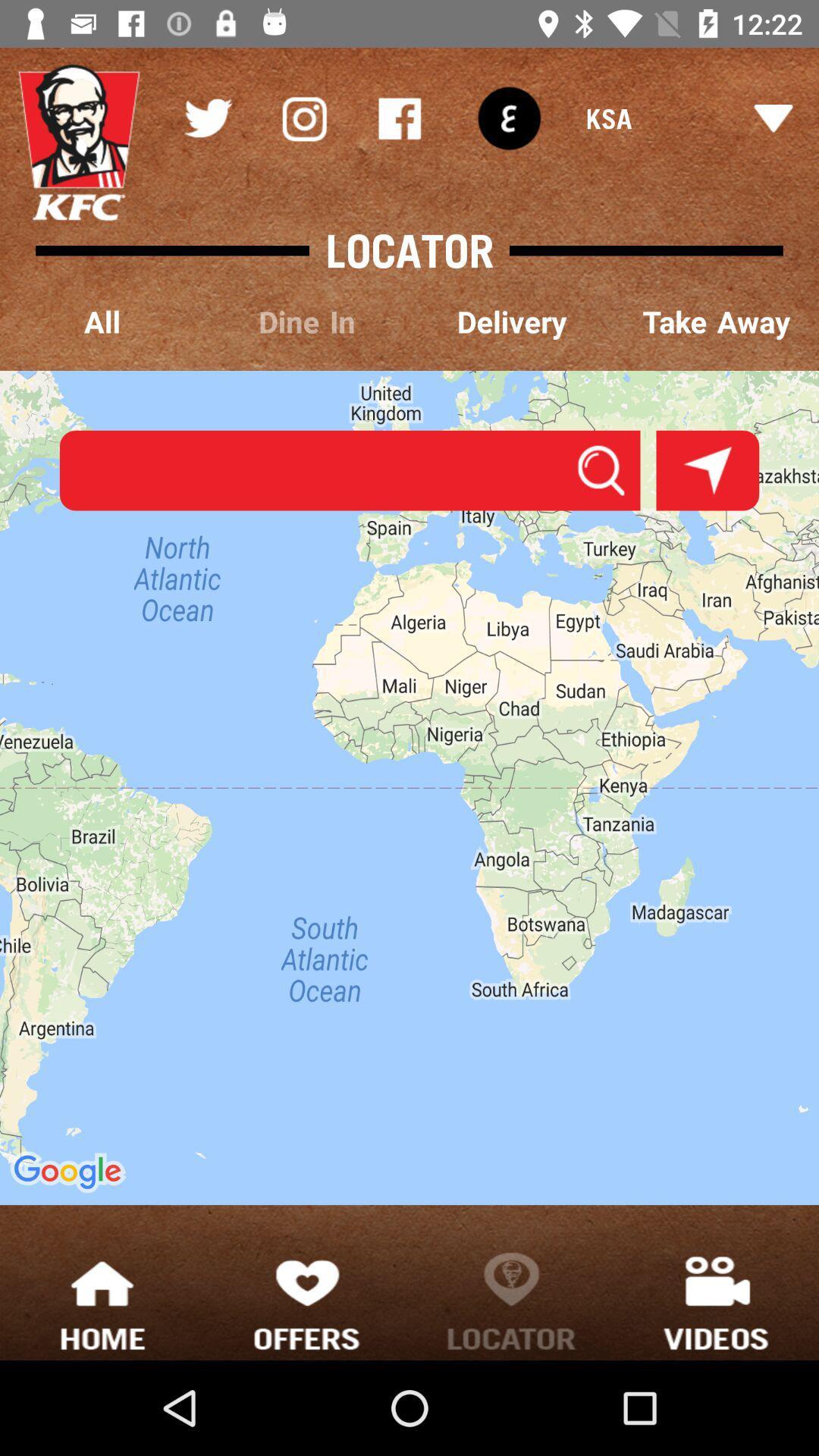 The image size is (819, 1456). Describe the element at coordinates (307, 322) in the screenshot. I see `icon below the locator` at that location.